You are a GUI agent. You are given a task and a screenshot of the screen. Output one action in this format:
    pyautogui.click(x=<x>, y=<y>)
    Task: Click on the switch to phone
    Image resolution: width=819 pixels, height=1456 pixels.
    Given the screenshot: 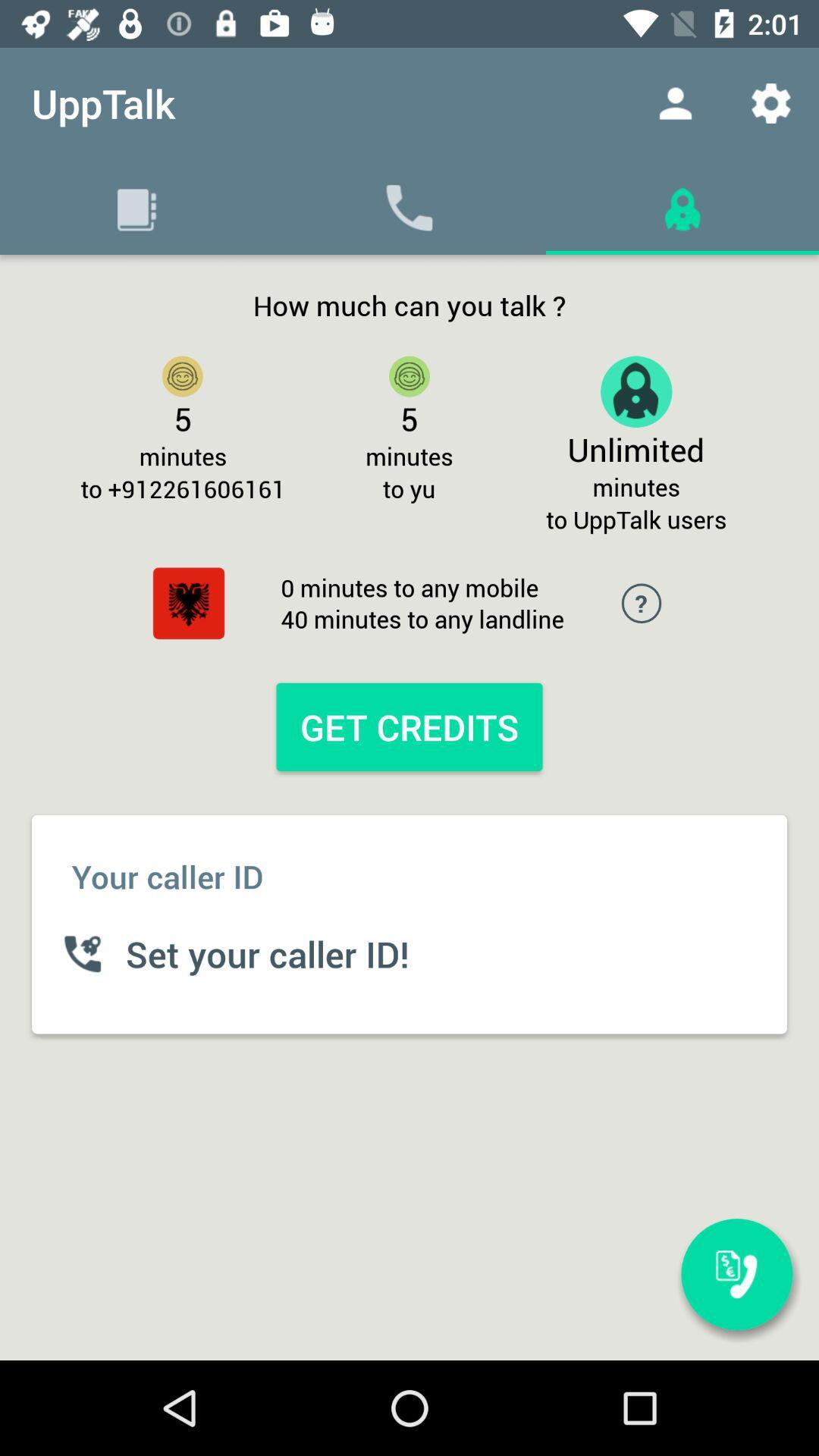 What is the action you would take?
    pyautogui.click(x=736, y=1274)
    